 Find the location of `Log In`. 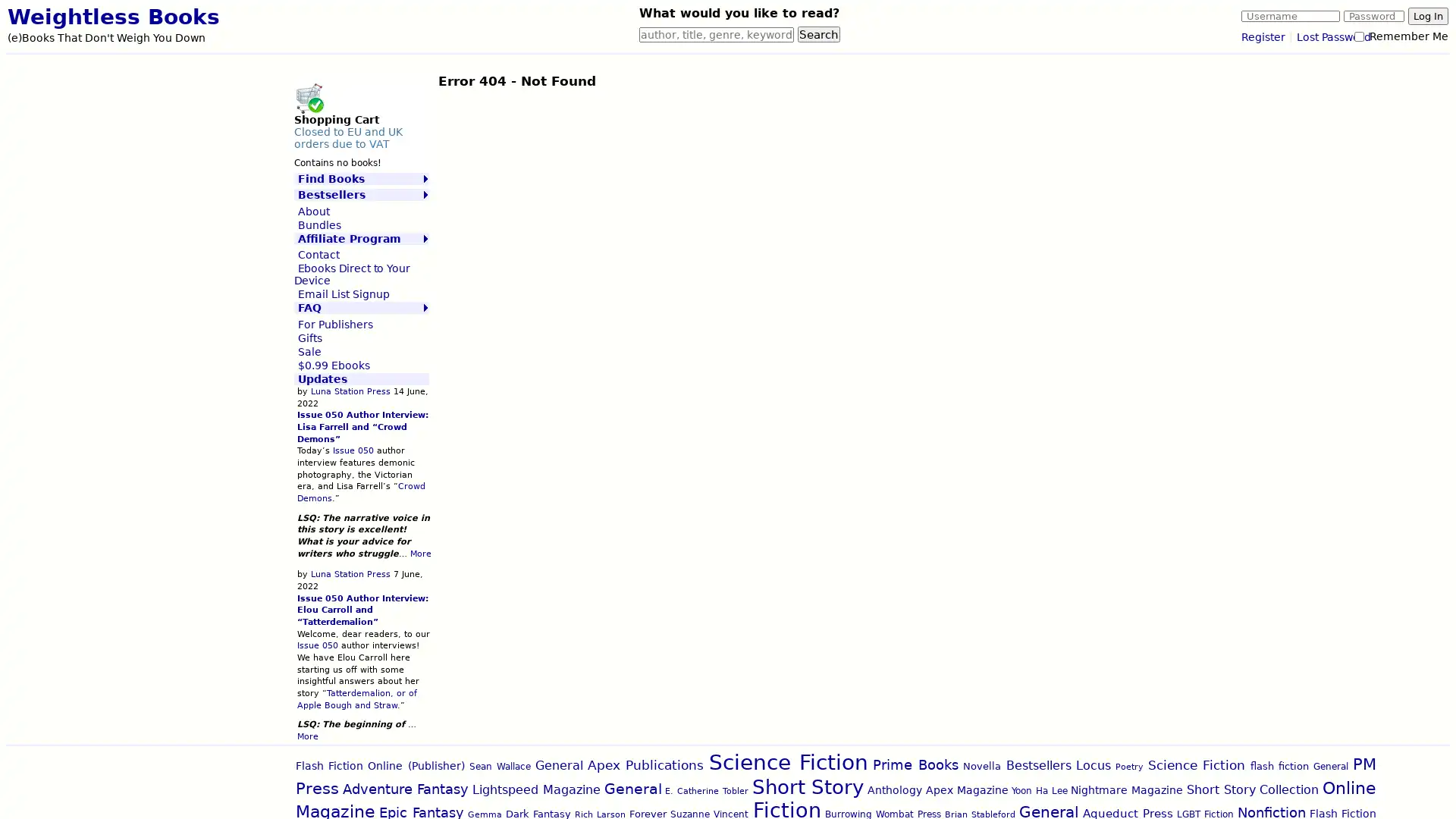

Log In is located at coordinates (1427, 16).